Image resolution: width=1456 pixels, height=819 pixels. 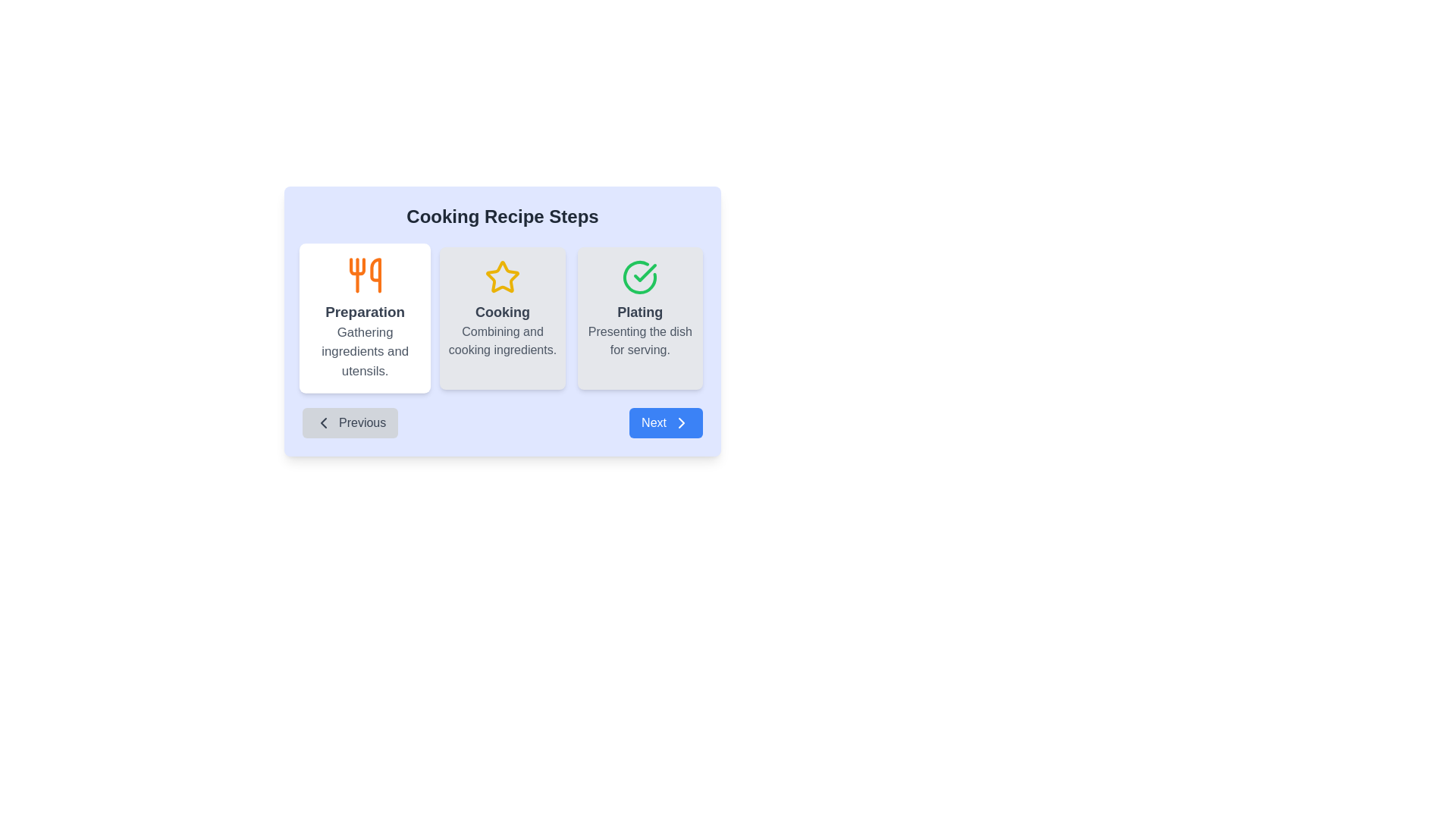 I want to click on text label 'Gathering ingredients and utensils.' located in the lower section of the 'Preparation' card, which is styled in gray font, so click(x=365, y=352).